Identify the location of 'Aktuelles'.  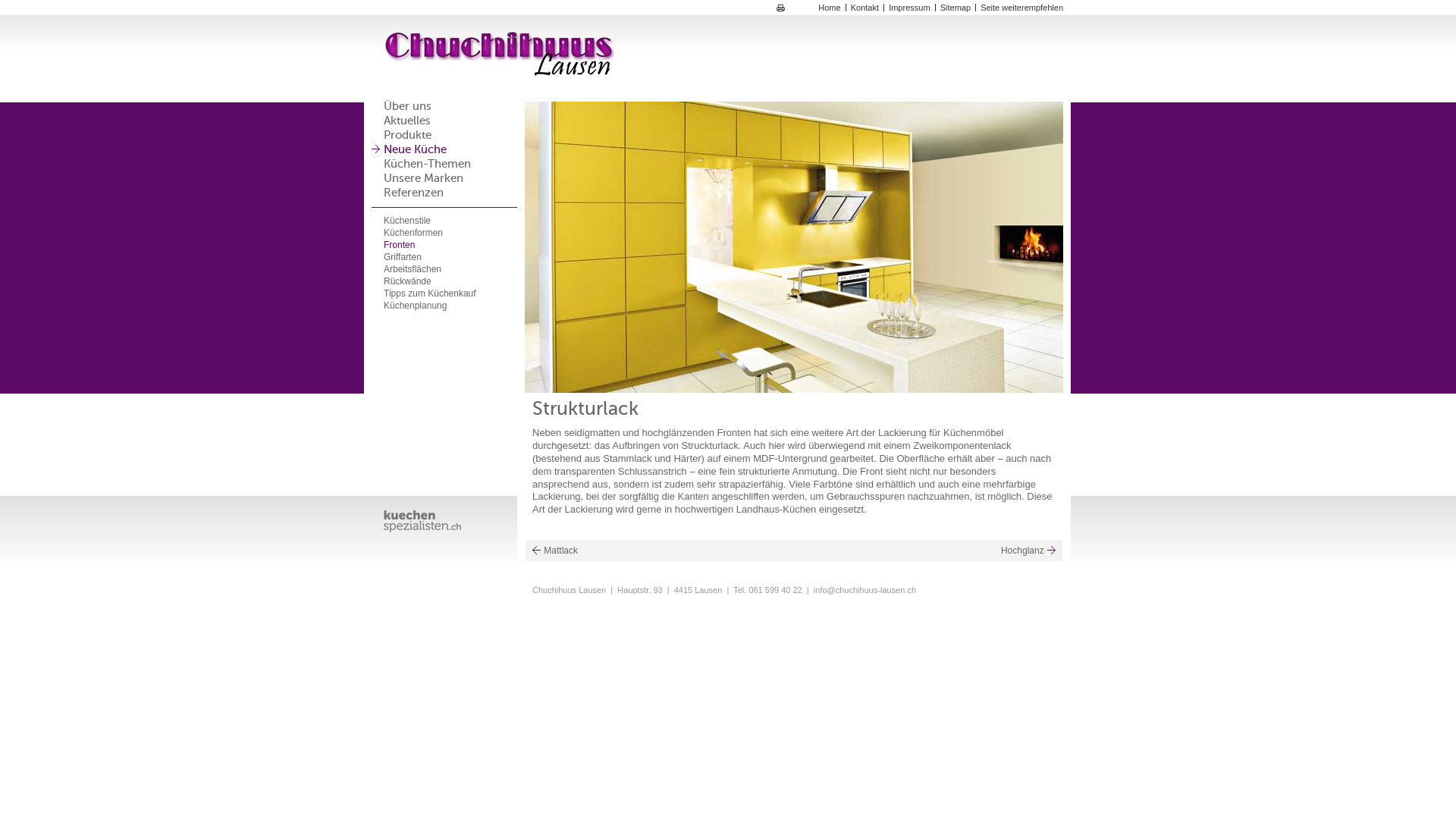
(383, 121).